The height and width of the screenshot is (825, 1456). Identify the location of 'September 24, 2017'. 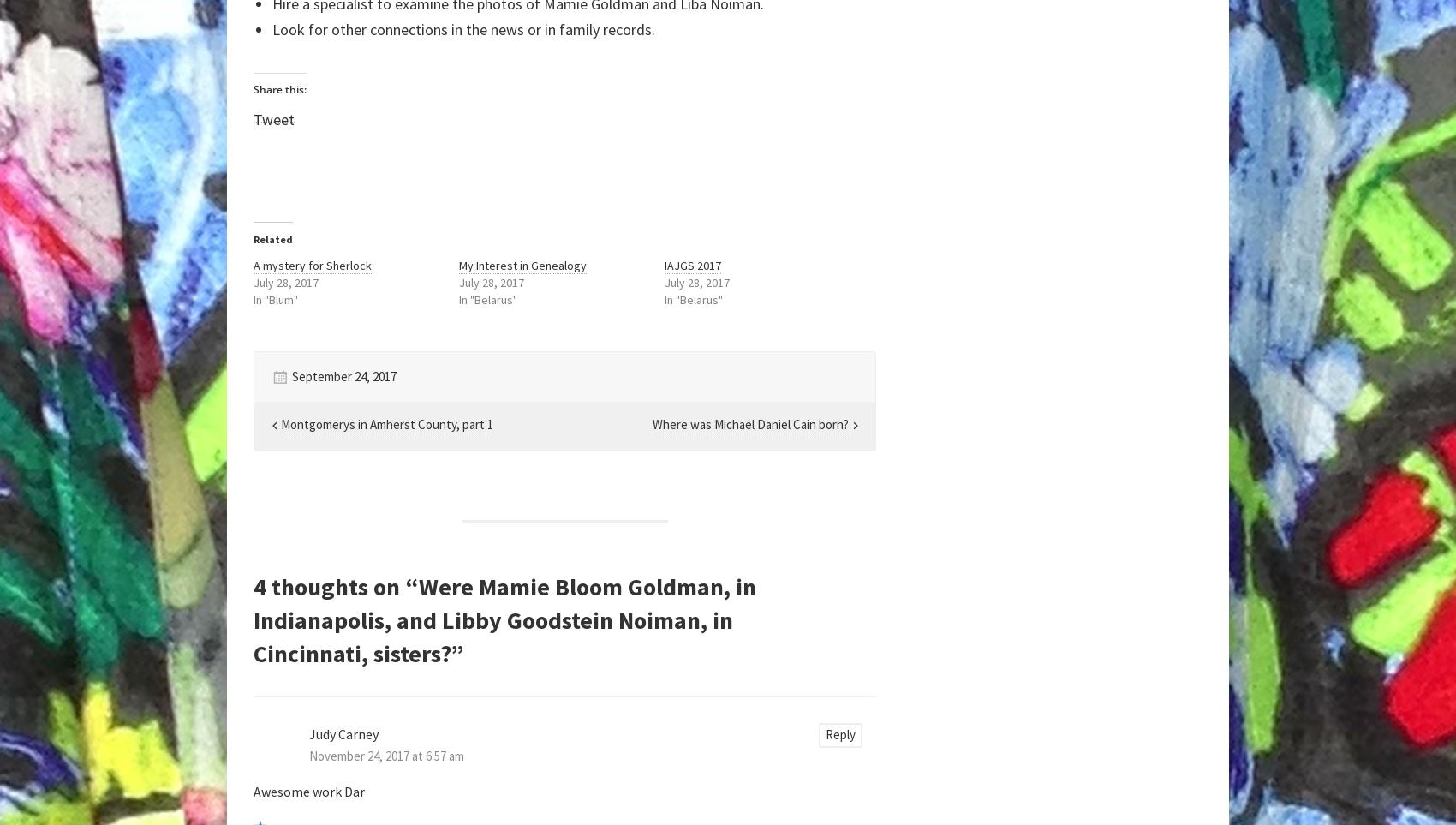
(343, 374).